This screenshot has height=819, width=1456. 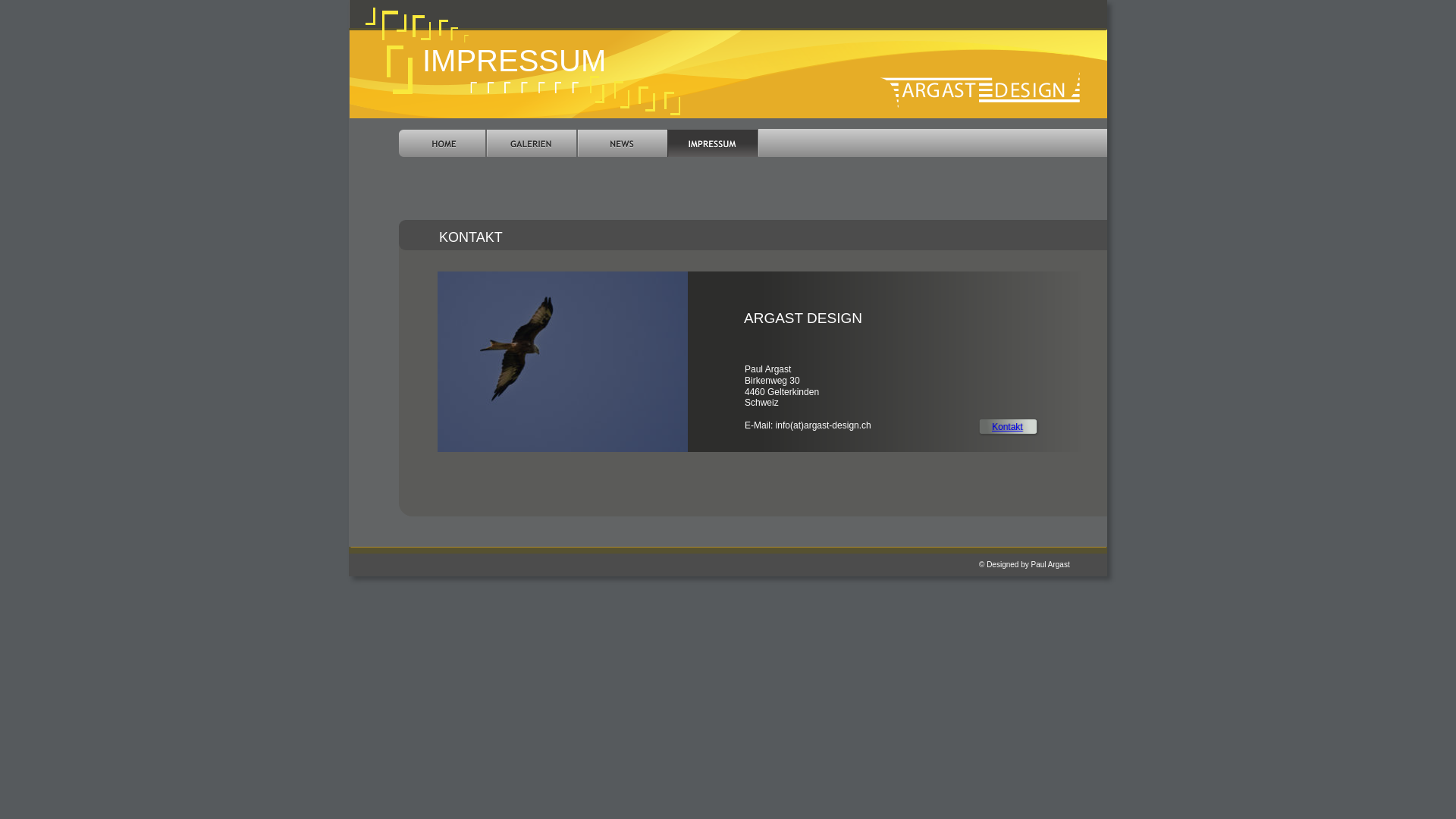 I want to click on 'Kontakt', so click(x=992, y=427).